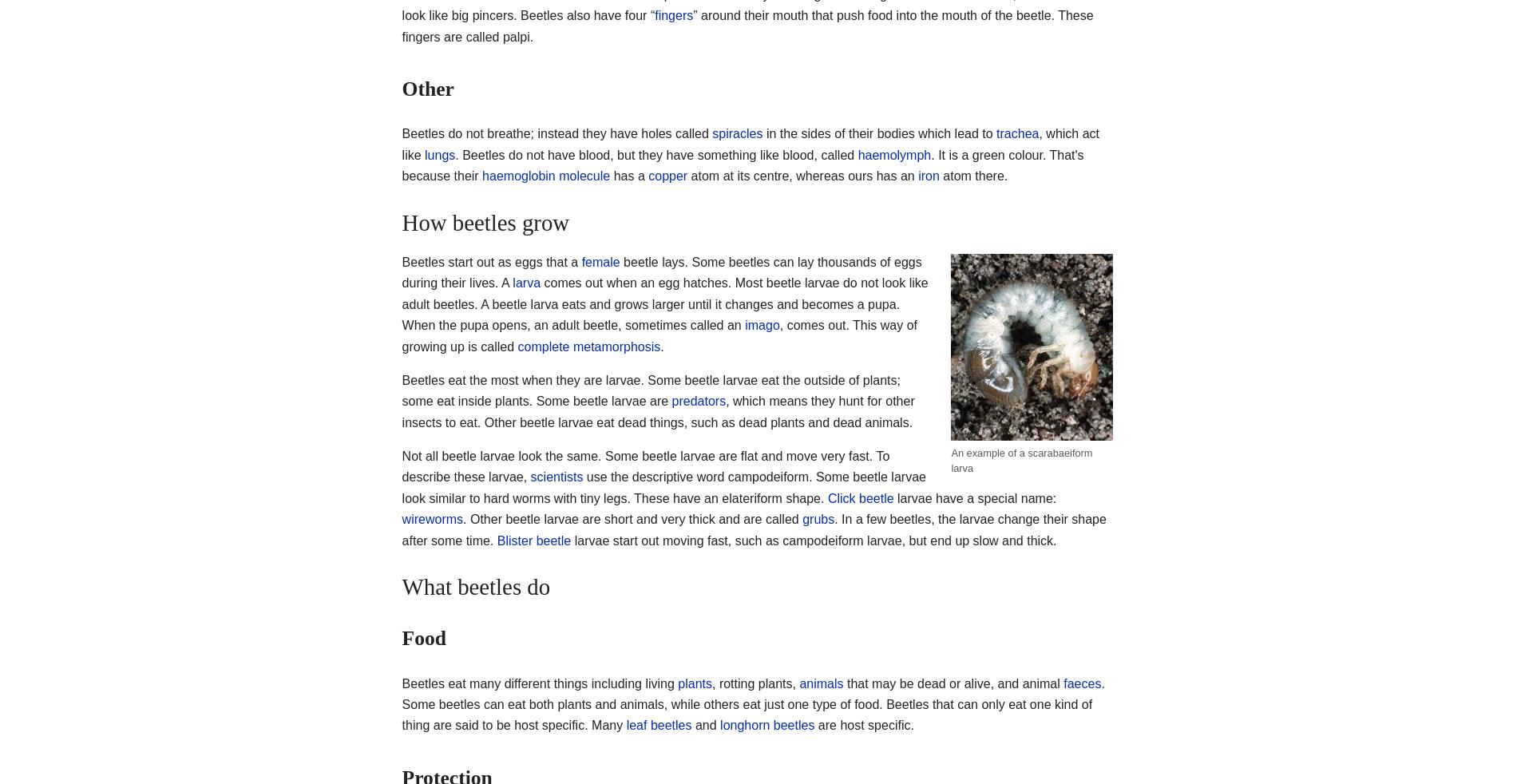 This screenshot has width=1517, height=784. I want to click on 'animals', so click(821, 683).